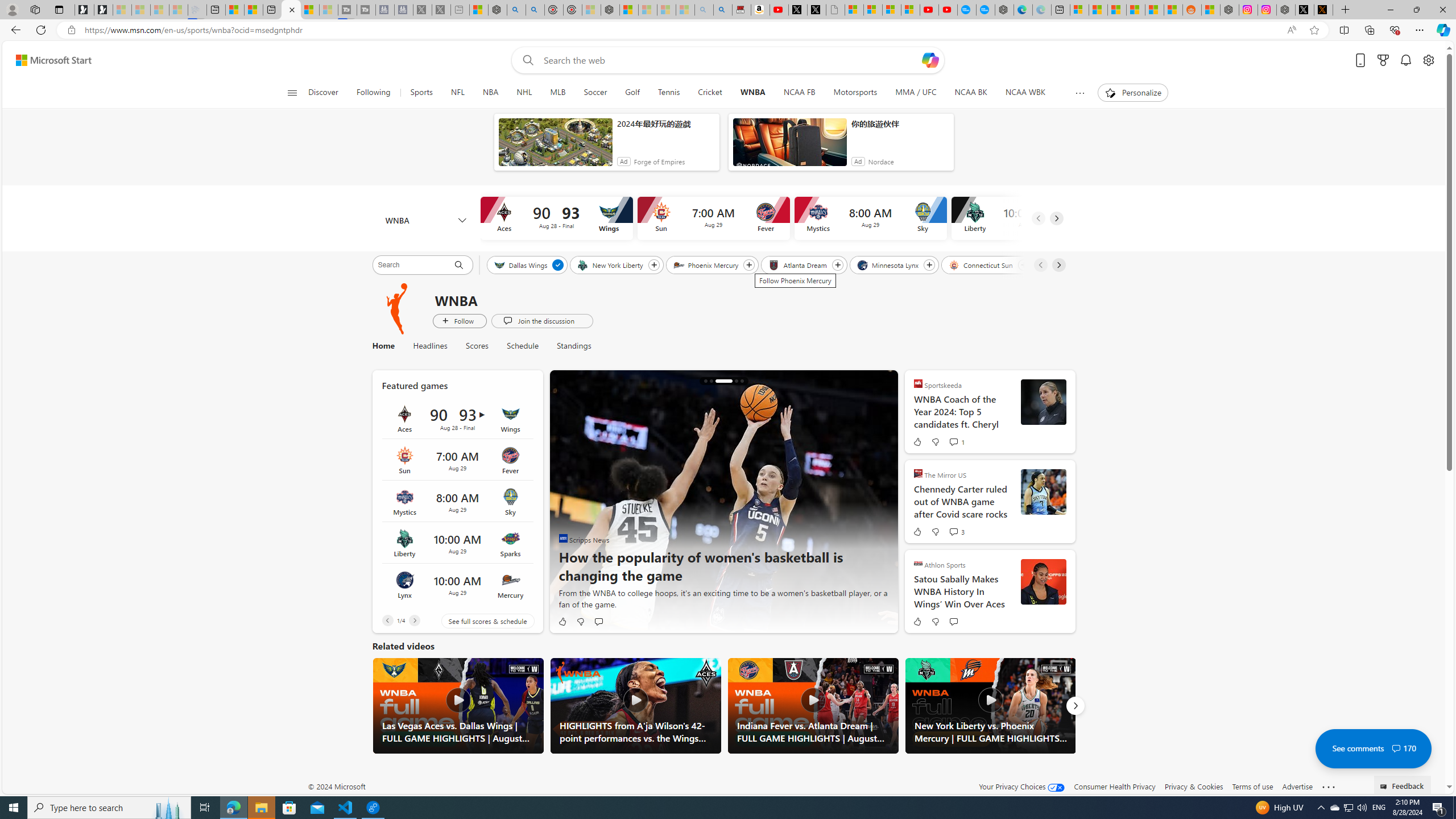 The image size is (1456, 819). Describe the element at coordinates (1296, 786) in the screenshot. I see `'Advertise'` at that location.